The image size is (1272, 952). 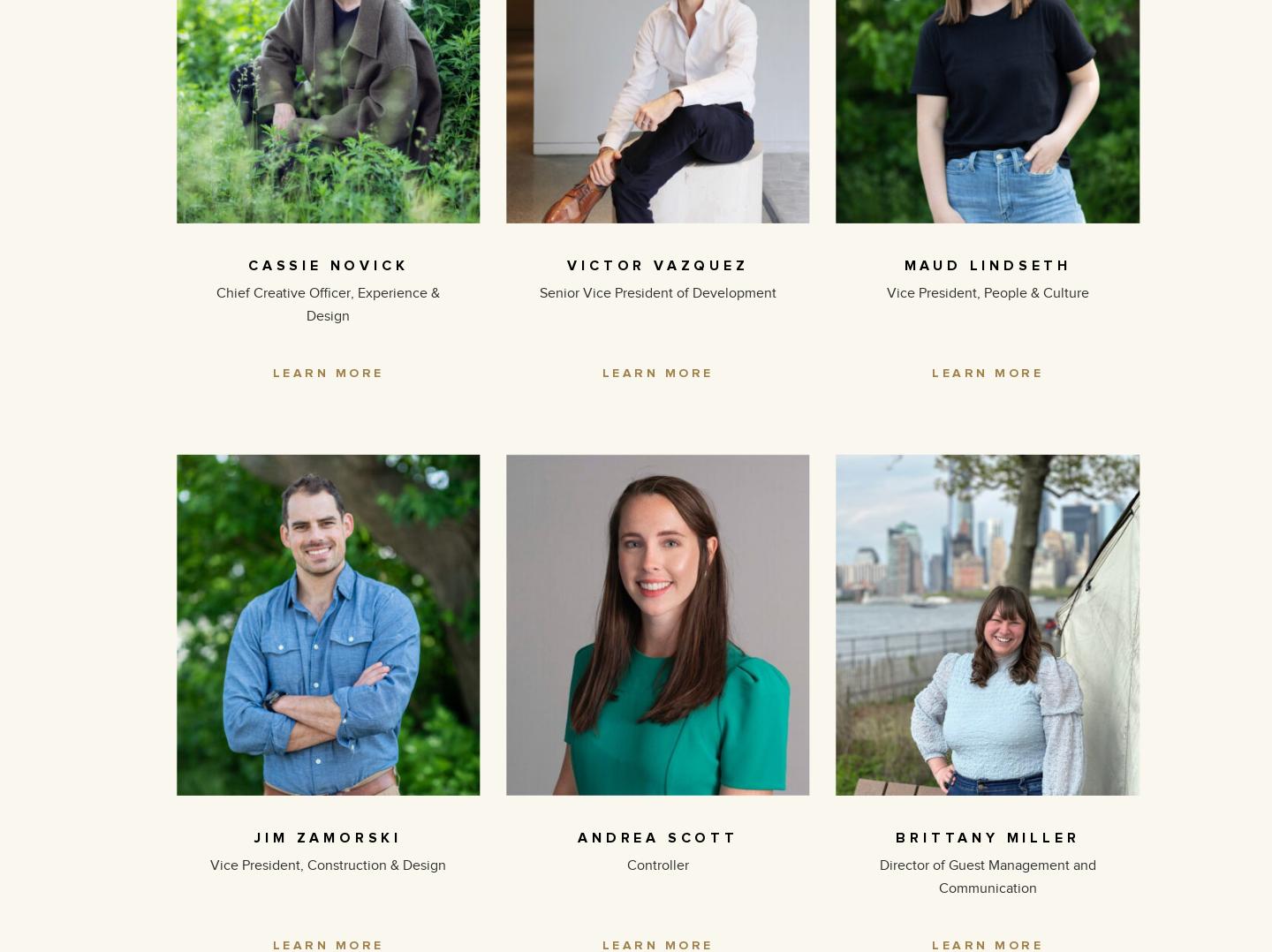 What do you see at coordinates (326, 835) in the screenshot?
I see `'JIM ZAMORSKI'` at bounding box center [326, 835].